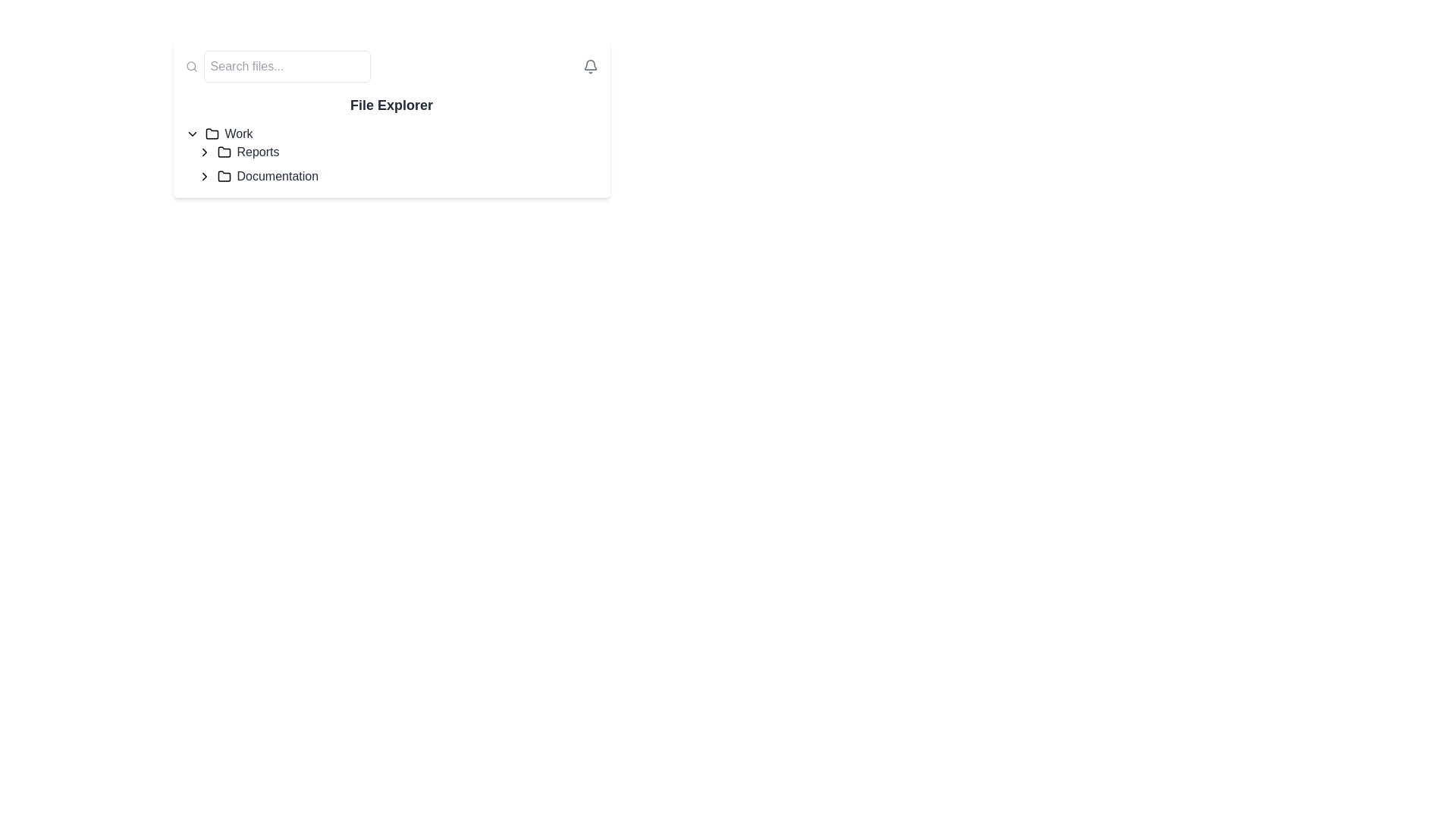  I want to click on the folder icon located directly to the left of the 'Reports' text label, so click(223, 152).